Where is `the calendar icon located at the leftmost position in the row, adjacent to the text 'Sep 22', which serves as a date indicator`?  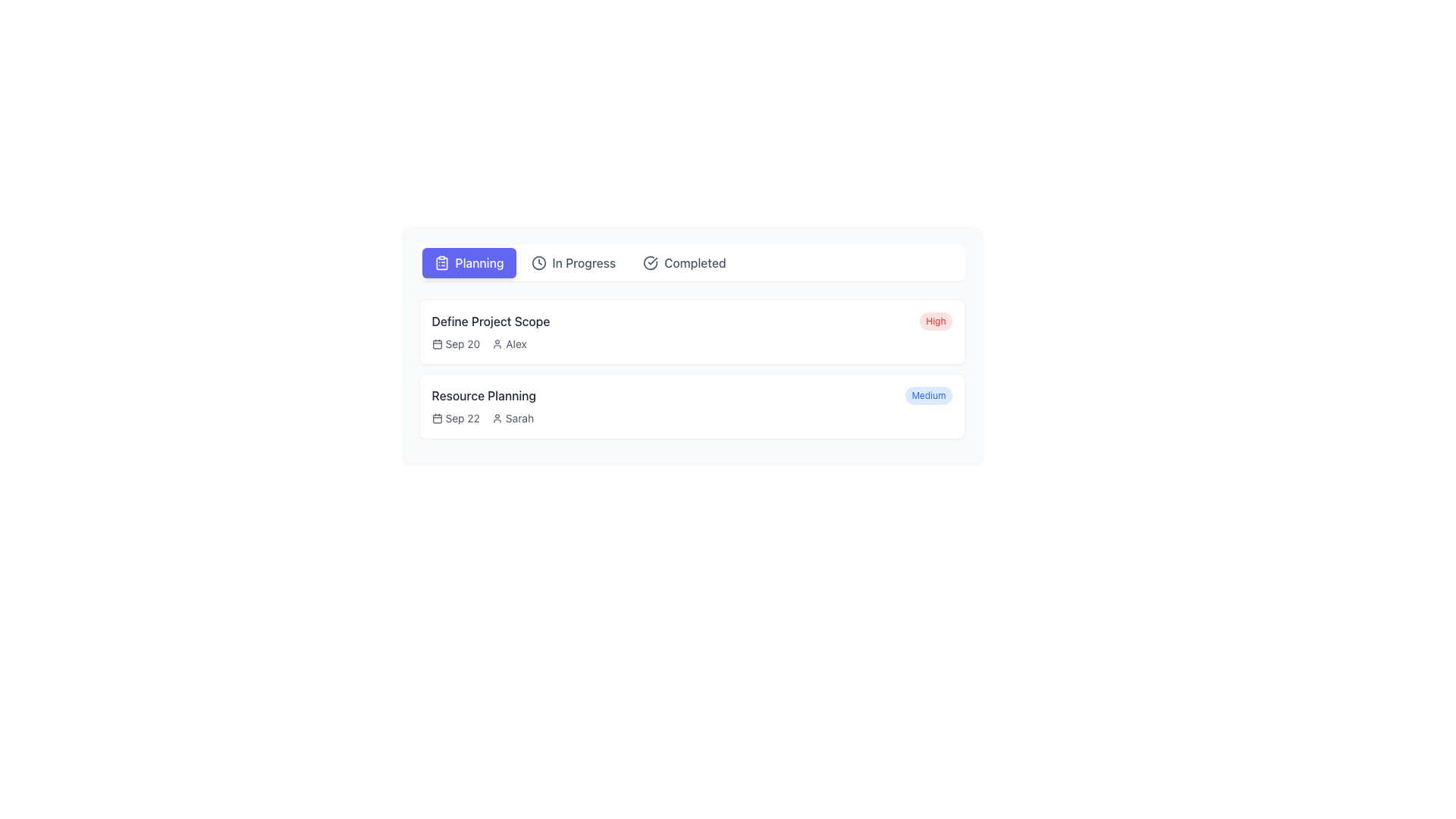 the calendar icon located at the leftmost position in the row, adjacent to the text 'Sep 22', which serves as a date indicator is located at coordinates (436, 418).